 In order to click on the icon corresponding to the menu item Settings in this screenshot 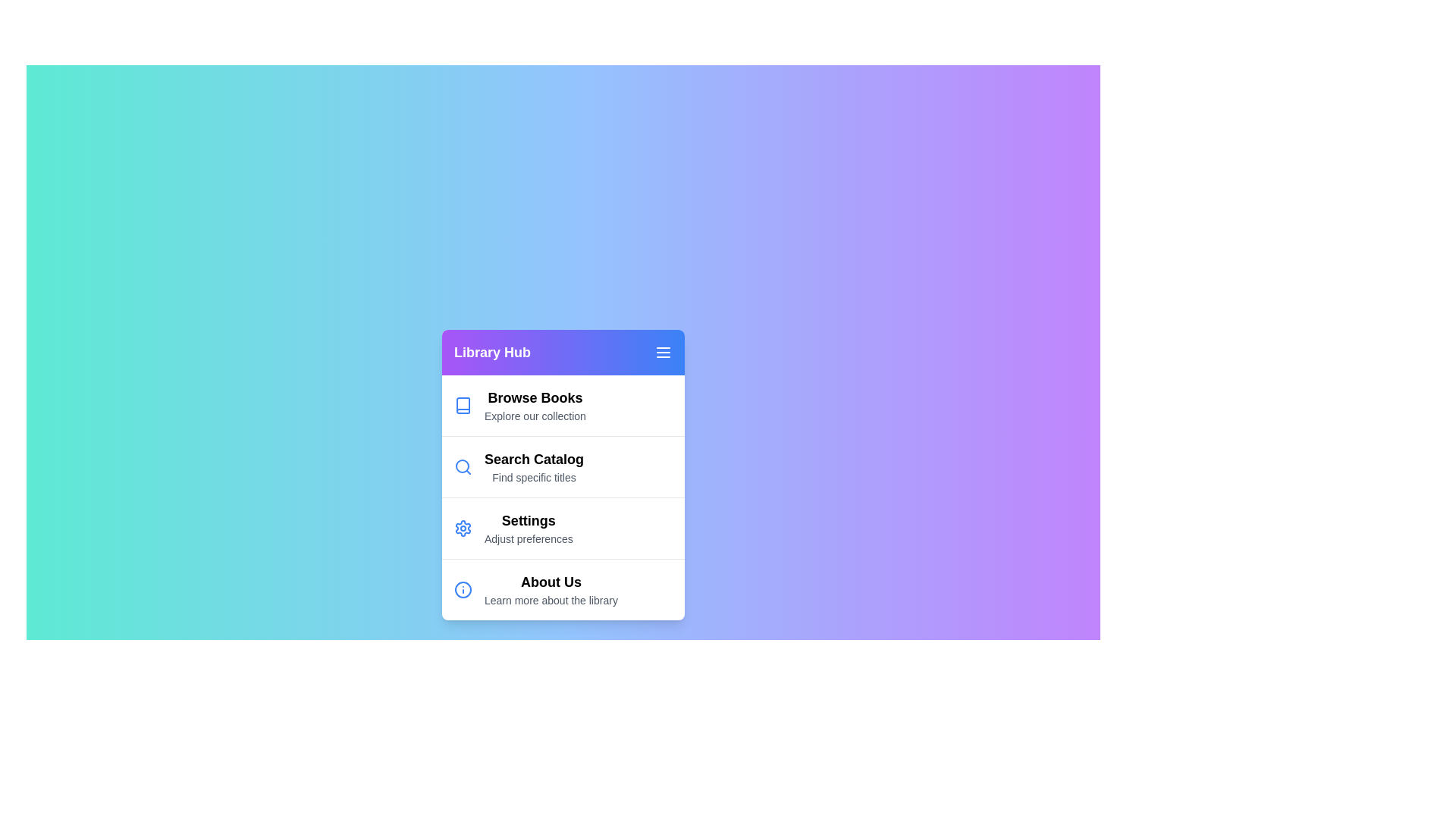, I will do `click(462, 527)`.